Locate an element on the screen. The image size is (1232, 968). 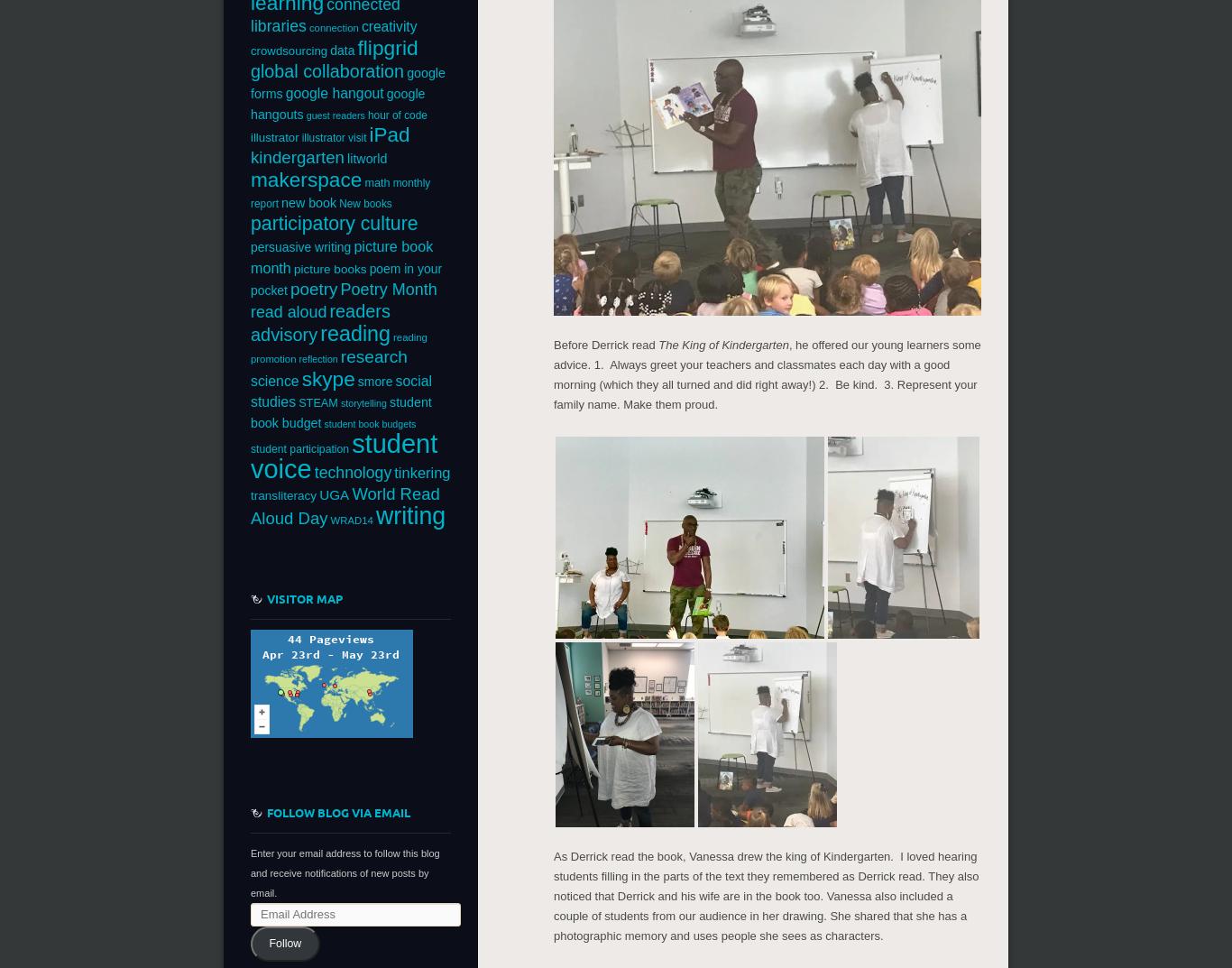
'picture book month' is located at coordinates (341, 255).